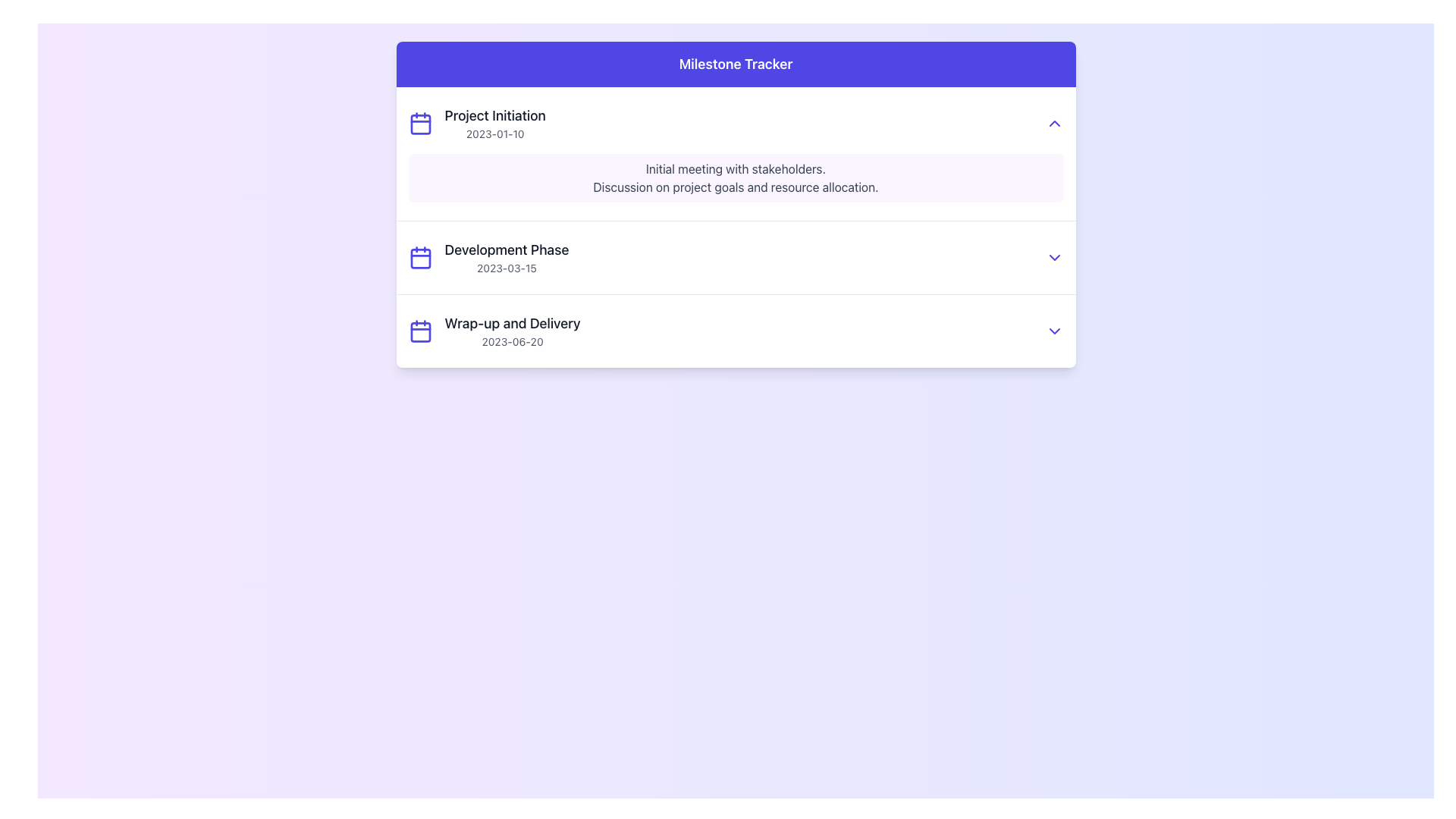  I want to click on the Milestone Entry that displays the milestone's name and date, located between 'Project Initiation' and 'Wrap-up and Delivery', so click(736, 256).